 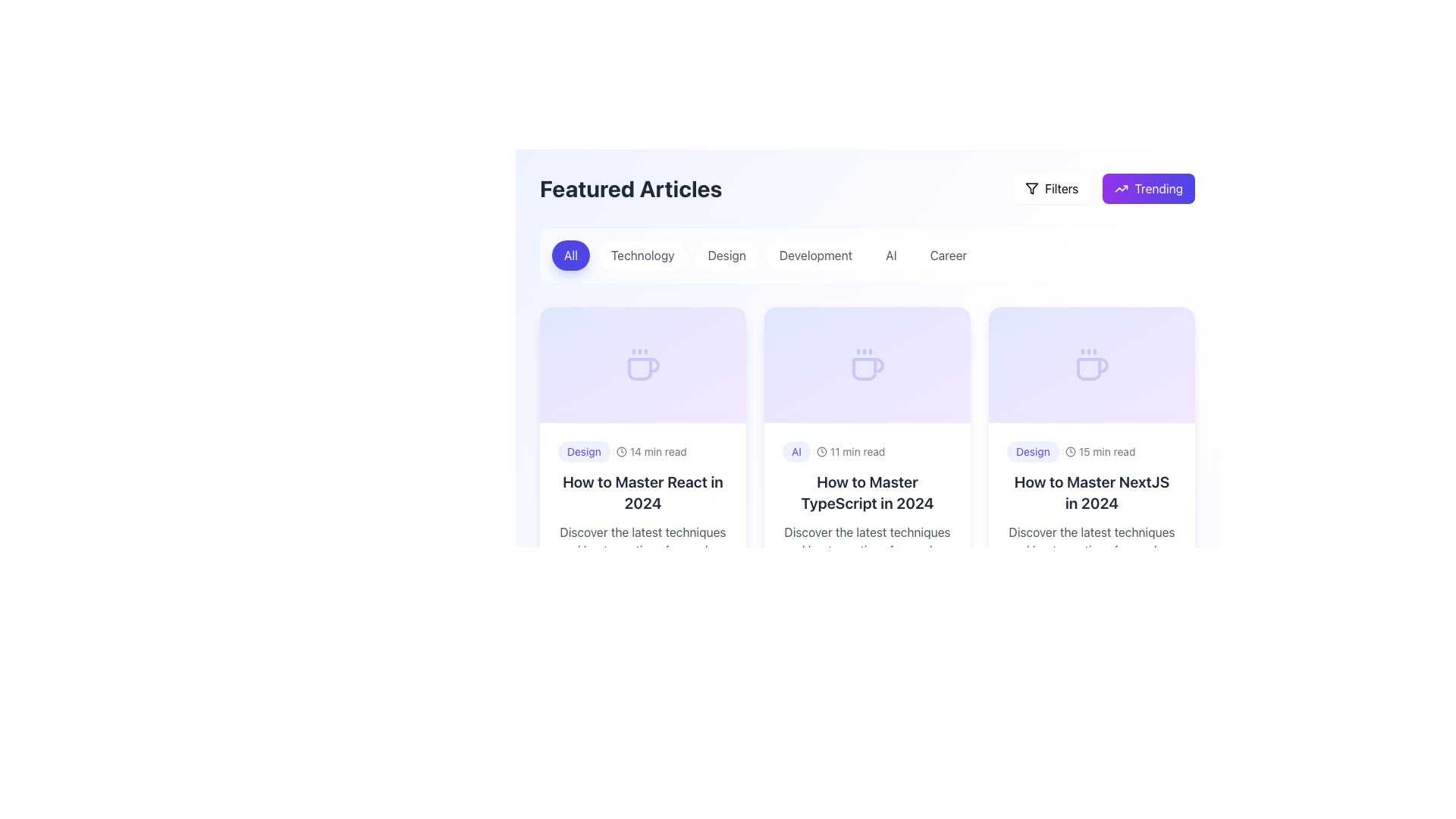 What do you see at coordinates (621, 451) in the screenshot?
I see `the circular component of the clock icon located in the top-right corner of the list item labeled 'How to Master React in 2024.'` at bounding box center [621, 451].